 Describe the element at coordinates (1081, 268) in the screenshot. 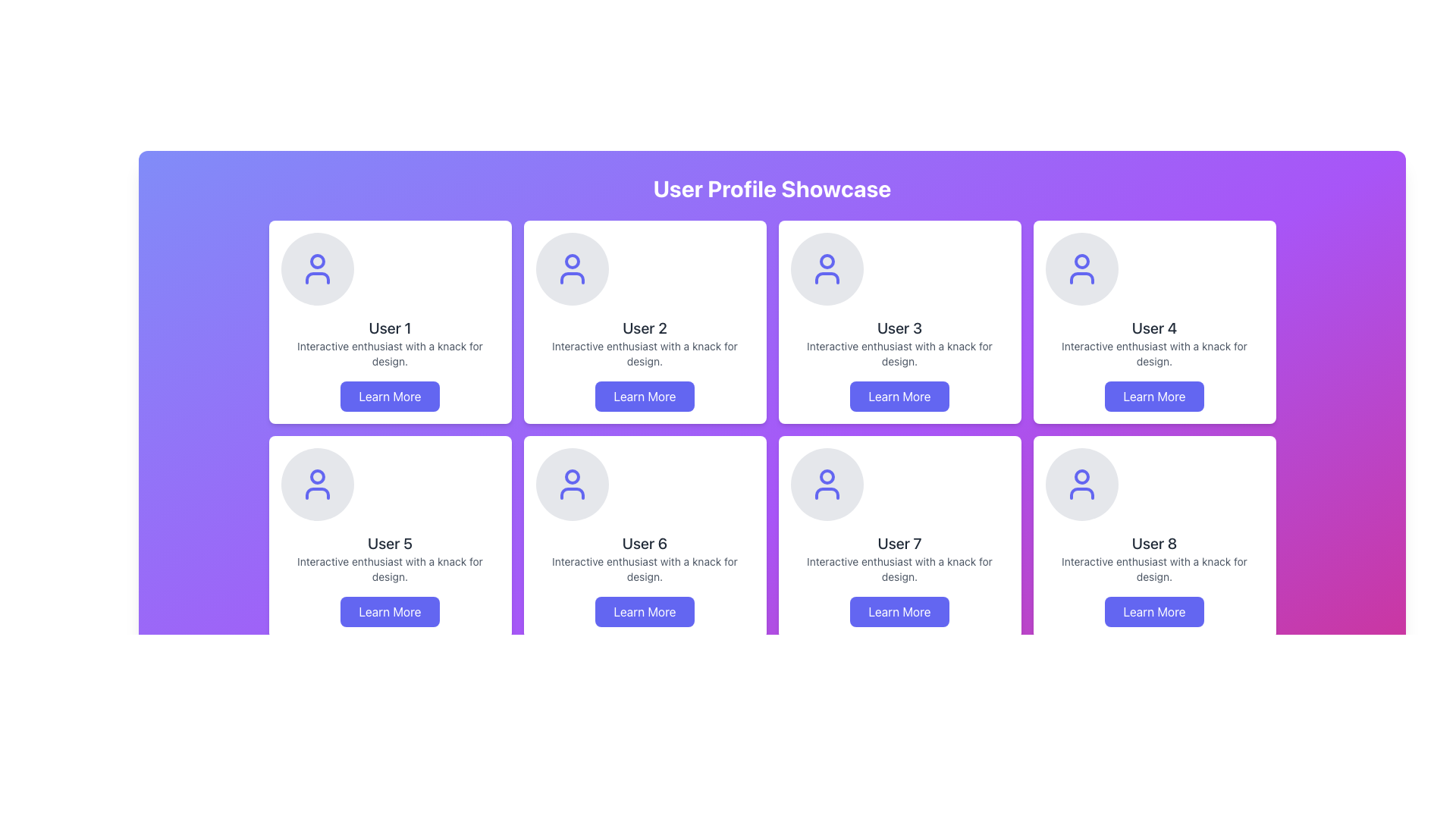

I see `the user profile icon located in the fourth card of the top row in the profile showcase grid, which is represented by a light gray circular background` at that location.